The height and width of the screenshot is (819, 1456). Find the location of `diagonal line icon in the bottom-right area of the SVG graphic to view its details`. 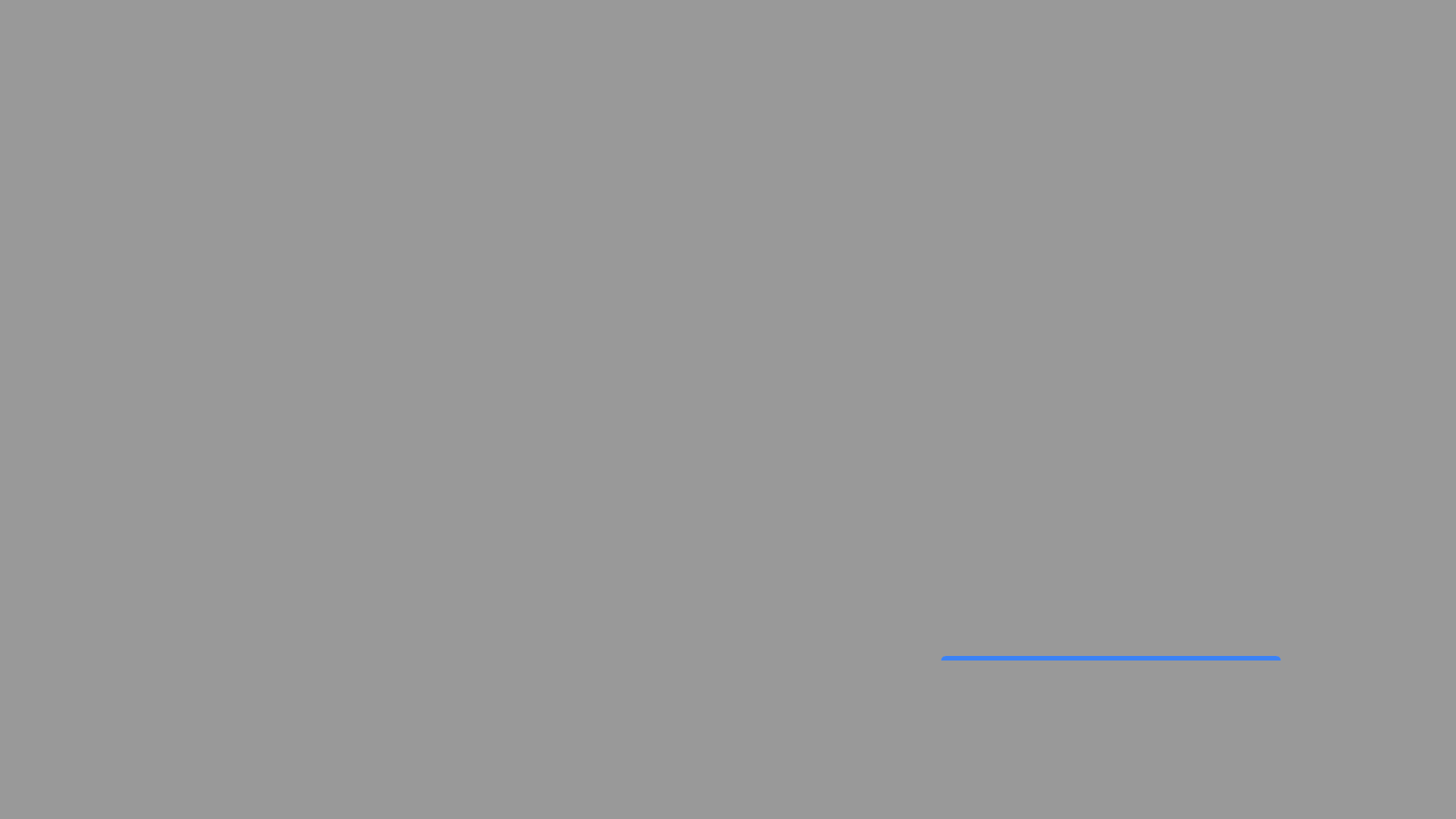

diagonal line icon in the bottom-right area of the SVG graphic to view its details is located at coordinates (1260, 677).